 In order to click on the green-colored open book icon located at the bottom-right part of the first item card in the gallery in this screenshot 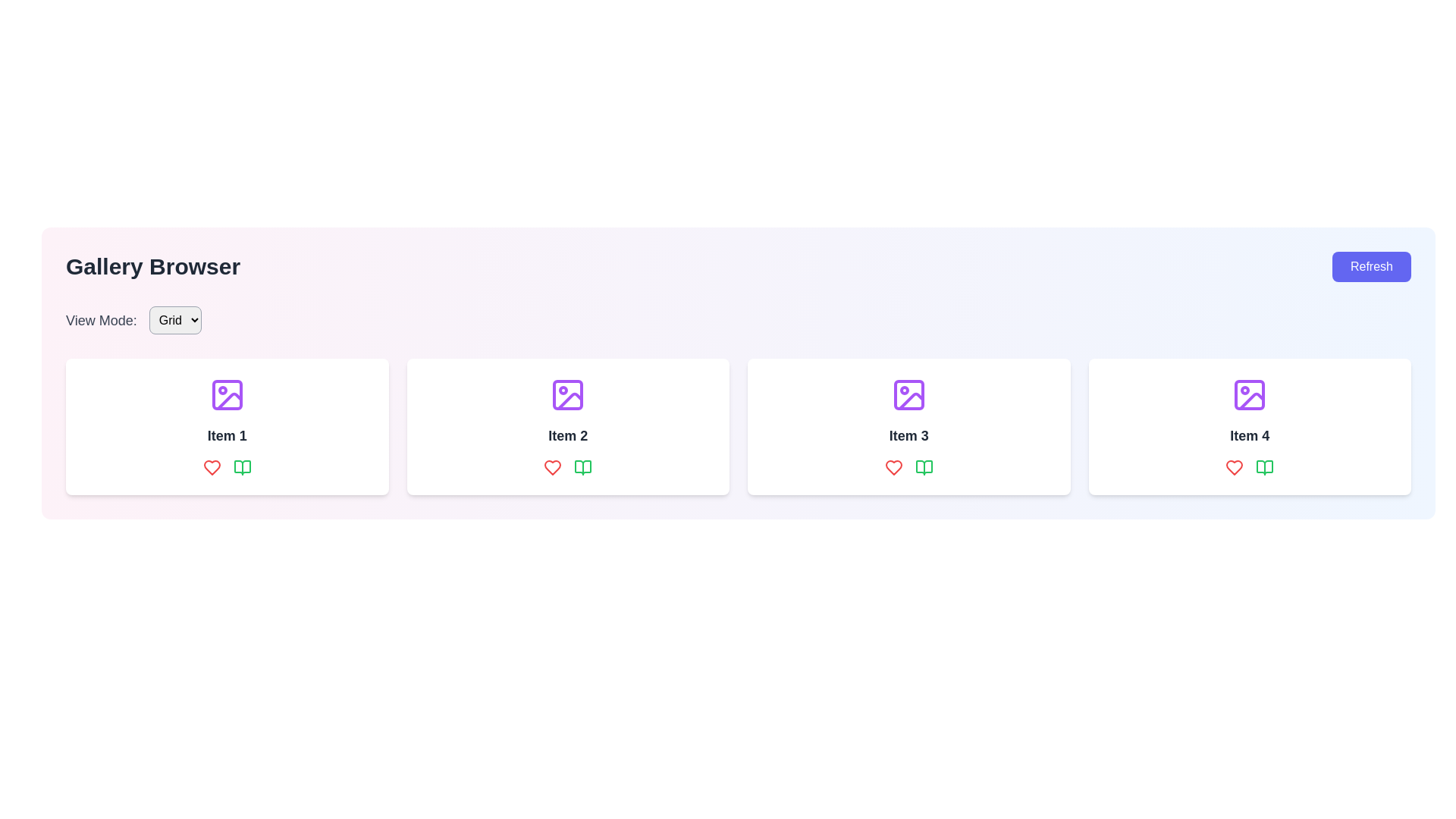, I will do `click(241, 467)`.